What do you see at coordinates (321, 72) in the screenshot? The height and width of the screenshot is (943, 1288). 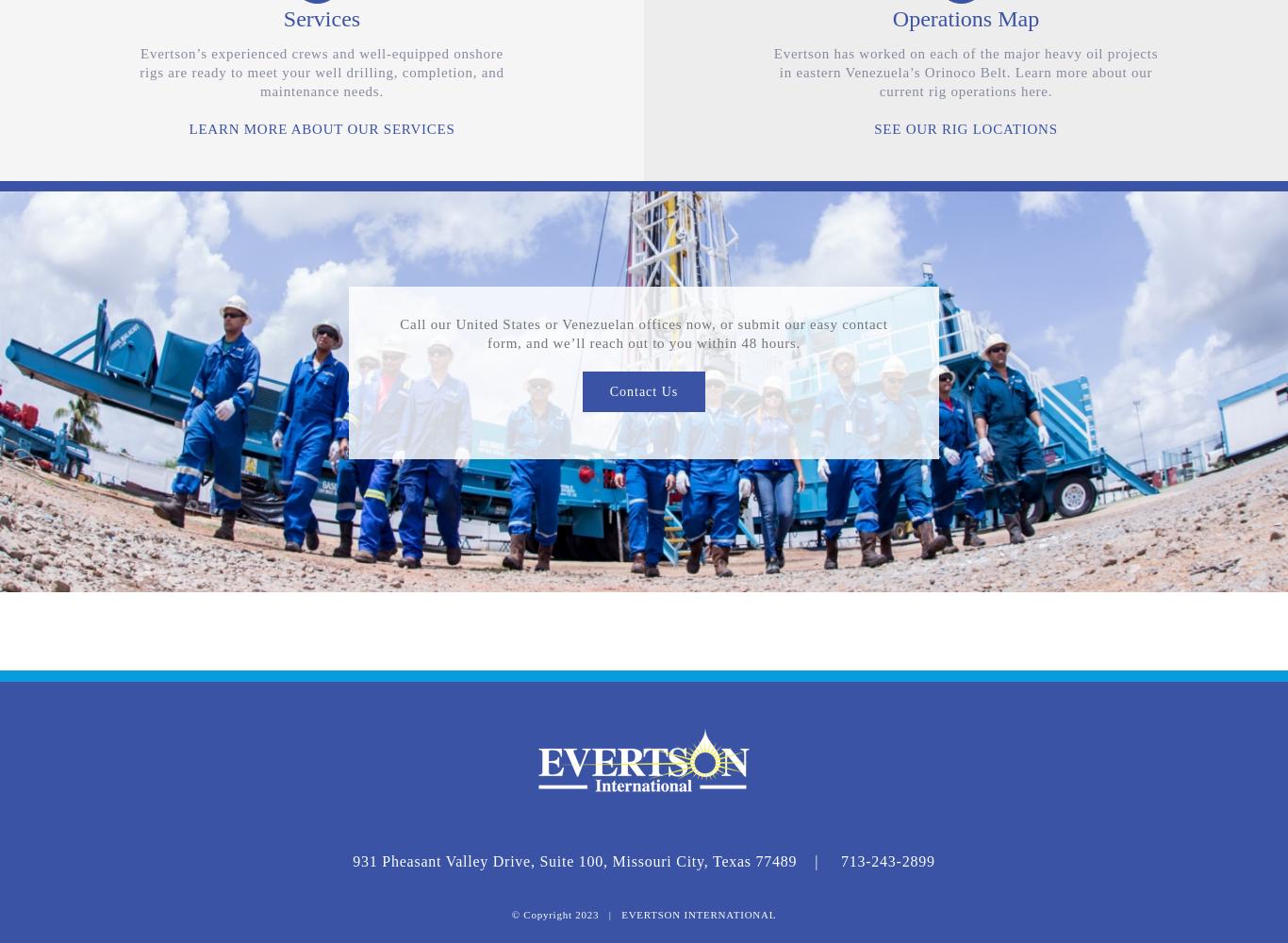 I see `'Evertson’s experienced crews and well-equipped onshore rigs are ready to meet your well drilling, completion, and maintenance needs.'` at bounding box center [321, 72].